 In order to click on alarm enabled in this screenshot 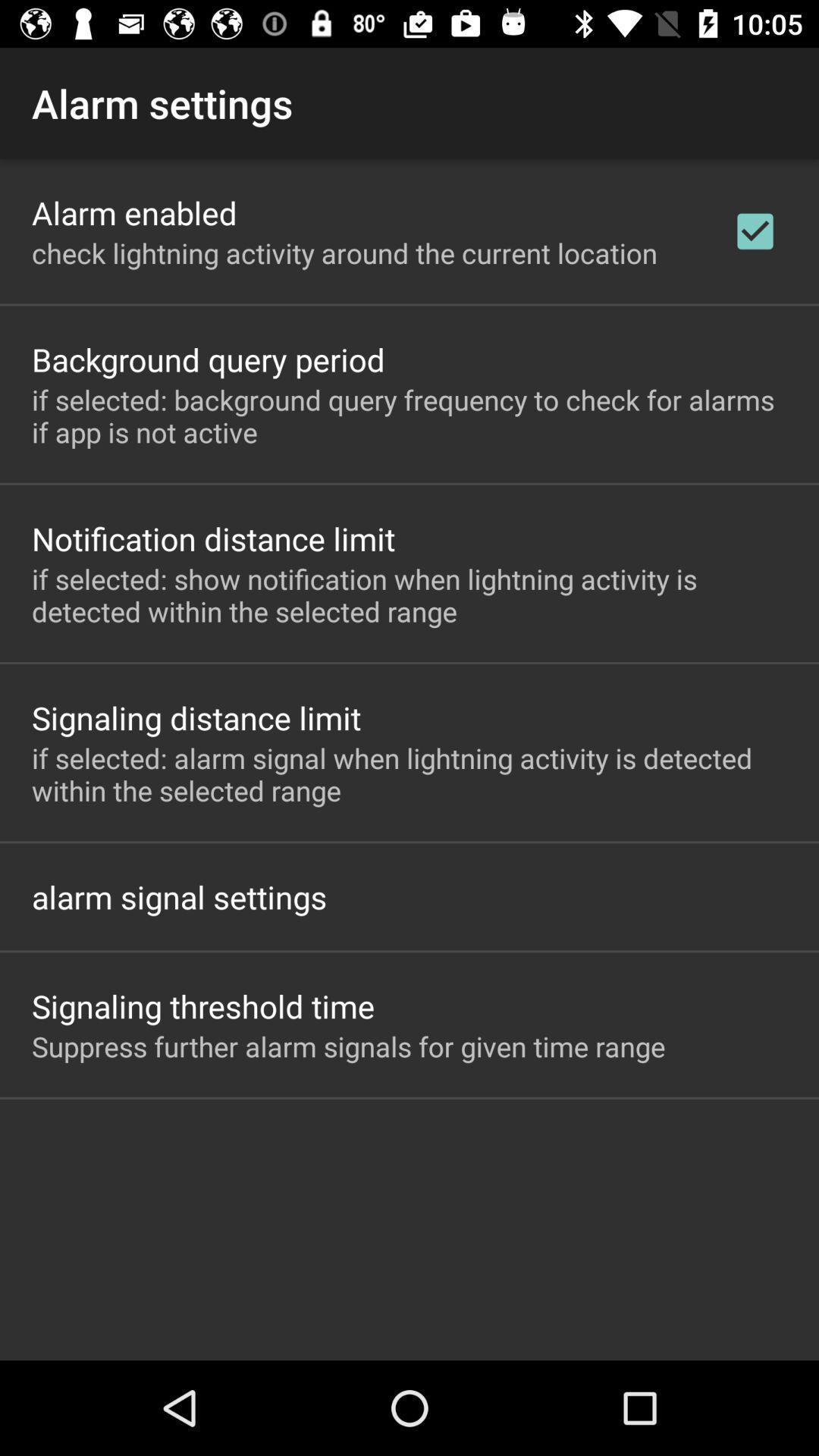, I will do `click(133, 212)`.